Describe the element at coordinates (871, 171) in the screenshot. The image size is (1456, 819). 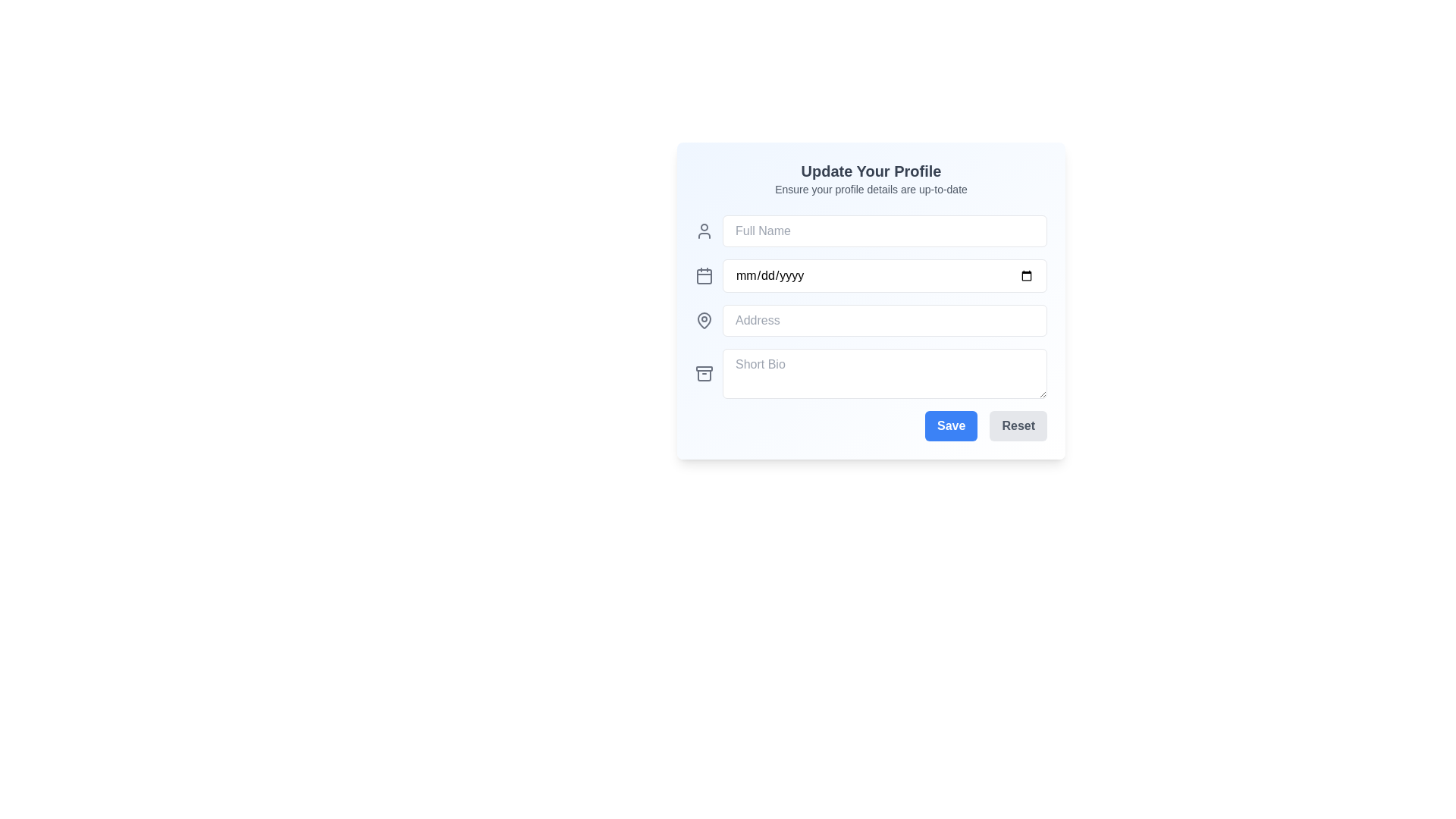
I see `the profile update form title text label, which indicates the purpose of the form for updating profile information` at that location.